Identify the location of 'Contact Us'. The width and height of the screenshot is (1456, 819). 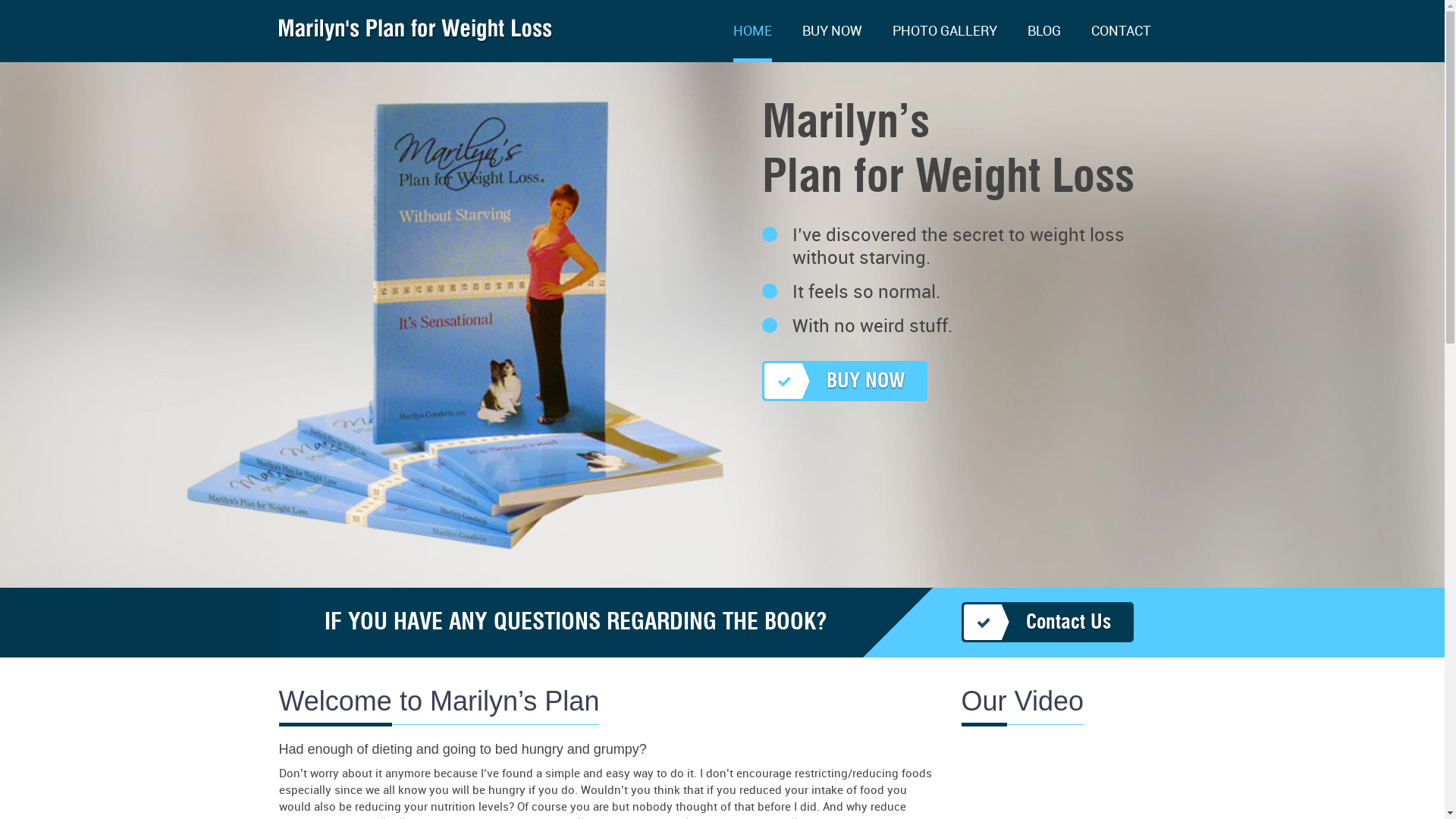
(1046, 622).